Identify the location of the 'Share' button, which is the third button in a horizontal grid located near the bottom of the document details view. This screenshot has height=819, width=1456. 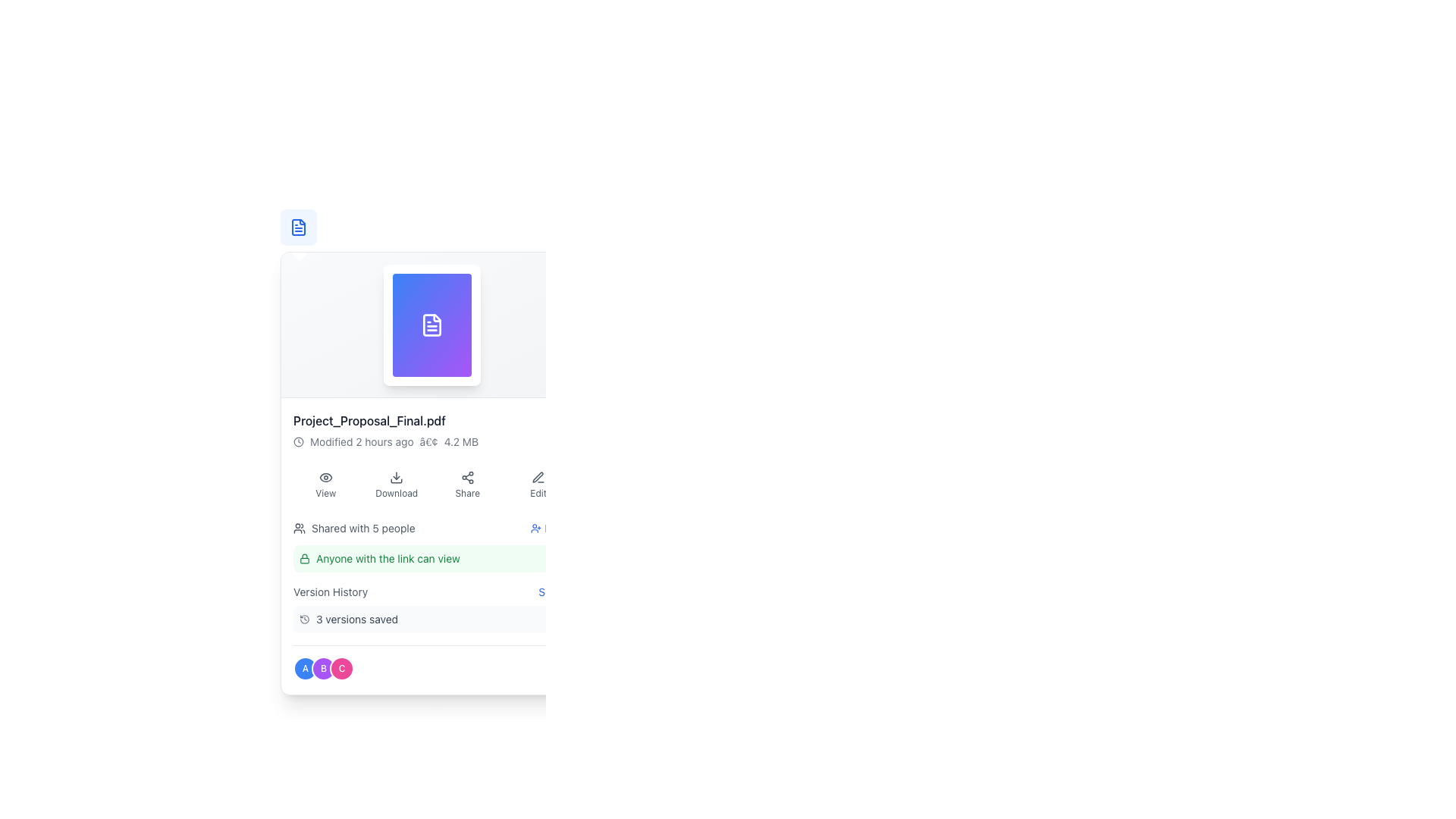
(466, 485).